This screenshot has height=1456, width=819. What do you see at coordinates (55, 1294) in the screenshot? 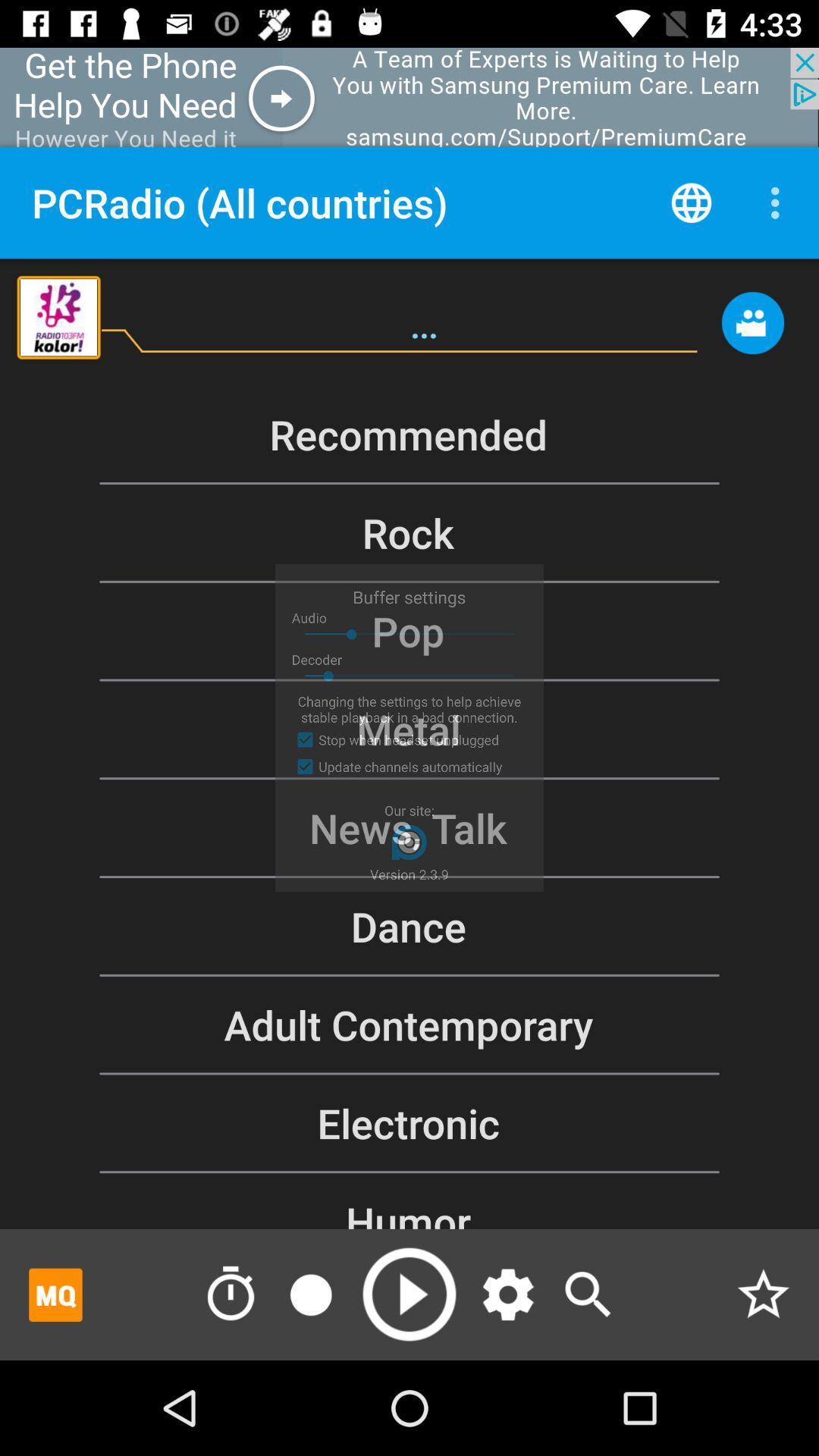
I see `mq box` at bounding box center [55, 1294].